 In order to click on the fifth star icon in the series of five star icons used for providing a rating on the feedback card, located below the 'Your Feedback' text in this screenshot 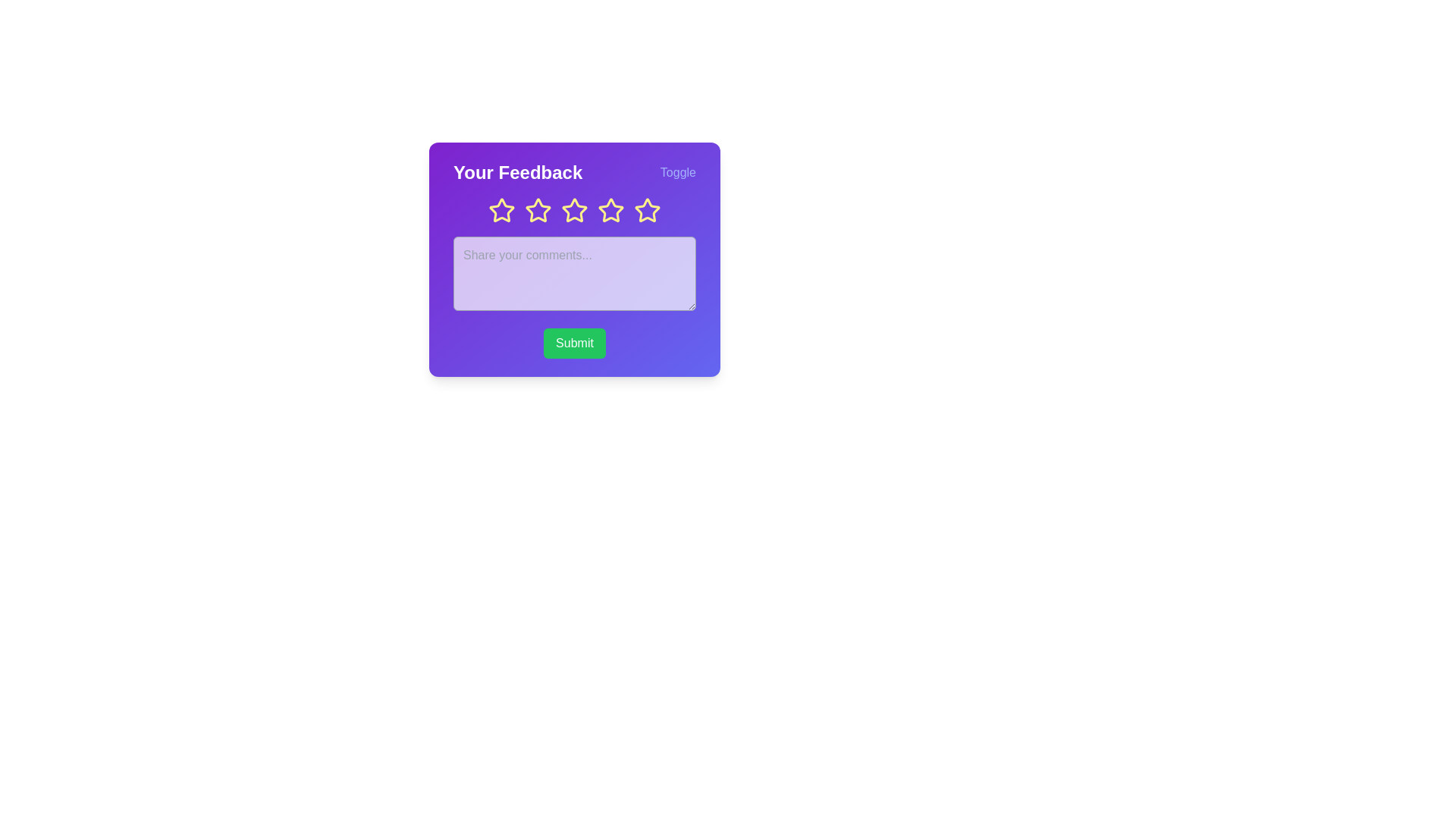, I will do `click(648, 210)`.